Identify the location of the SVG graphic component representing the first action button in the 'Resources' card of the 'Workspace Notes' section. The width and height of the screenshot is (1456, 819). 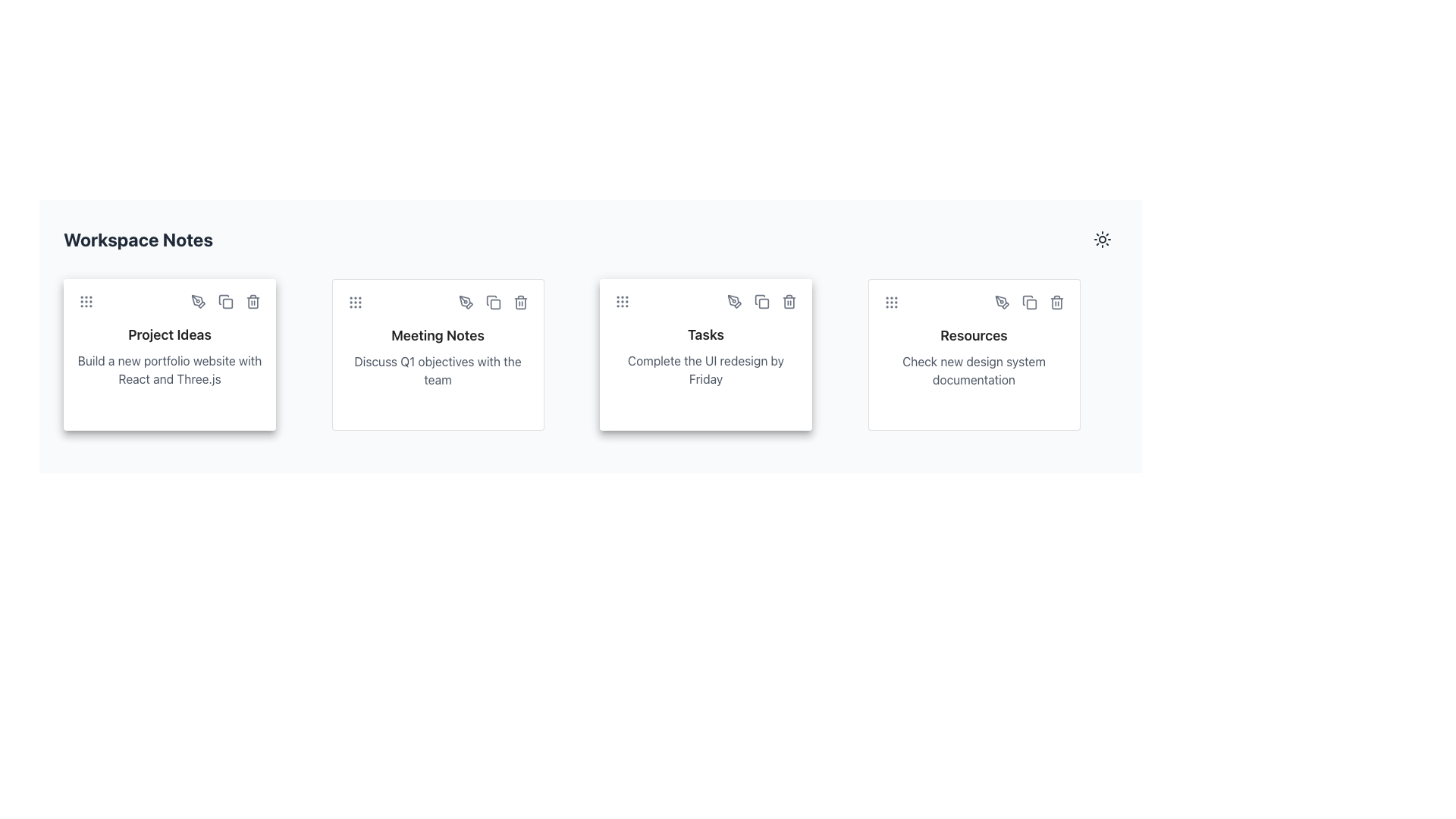
(1031, 304).